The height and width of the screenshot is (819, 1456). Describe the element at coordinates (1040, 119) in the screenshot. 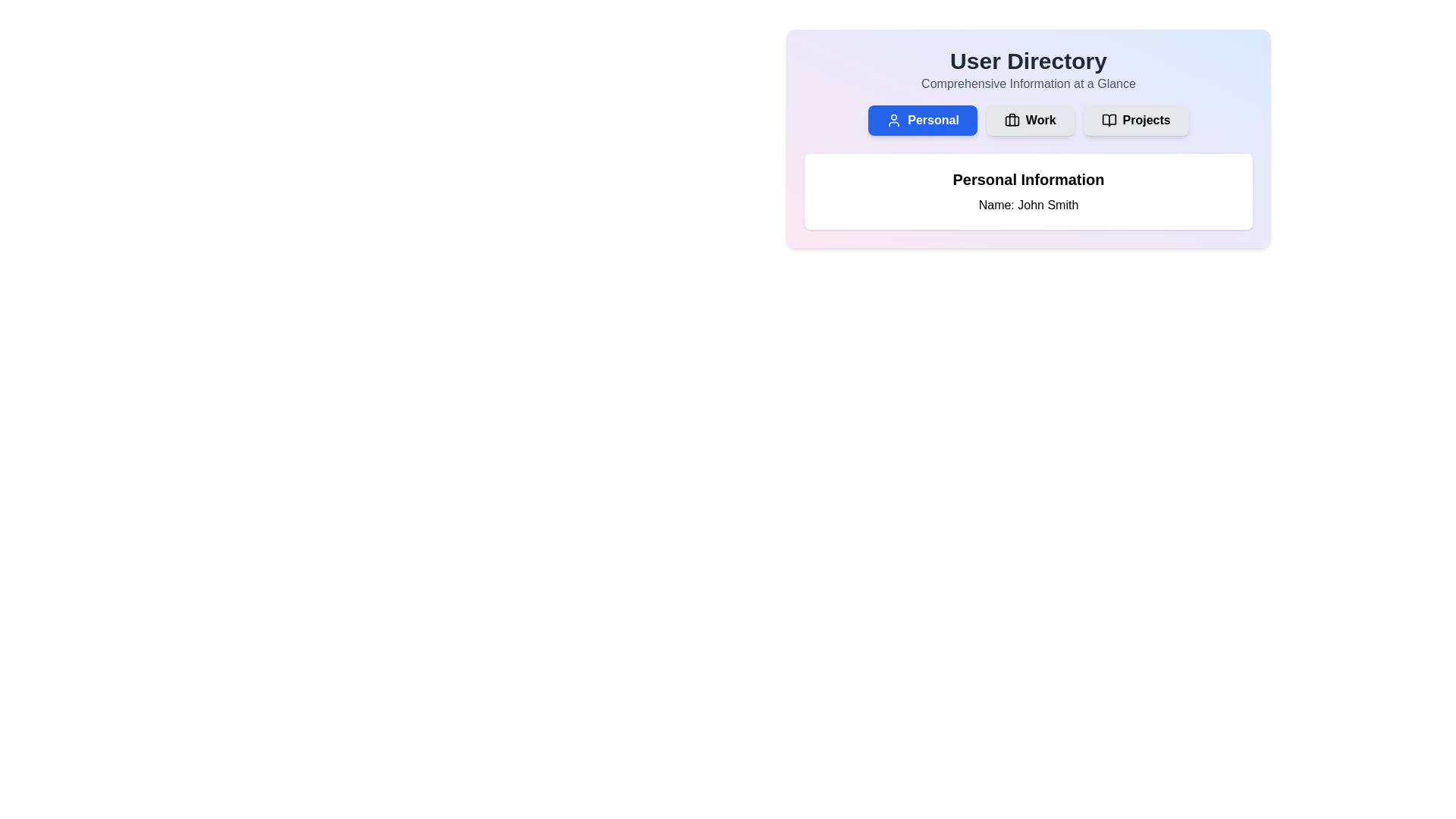

I see `the 'Work' text label within the button group to trigger any defined hover effects` at that location.